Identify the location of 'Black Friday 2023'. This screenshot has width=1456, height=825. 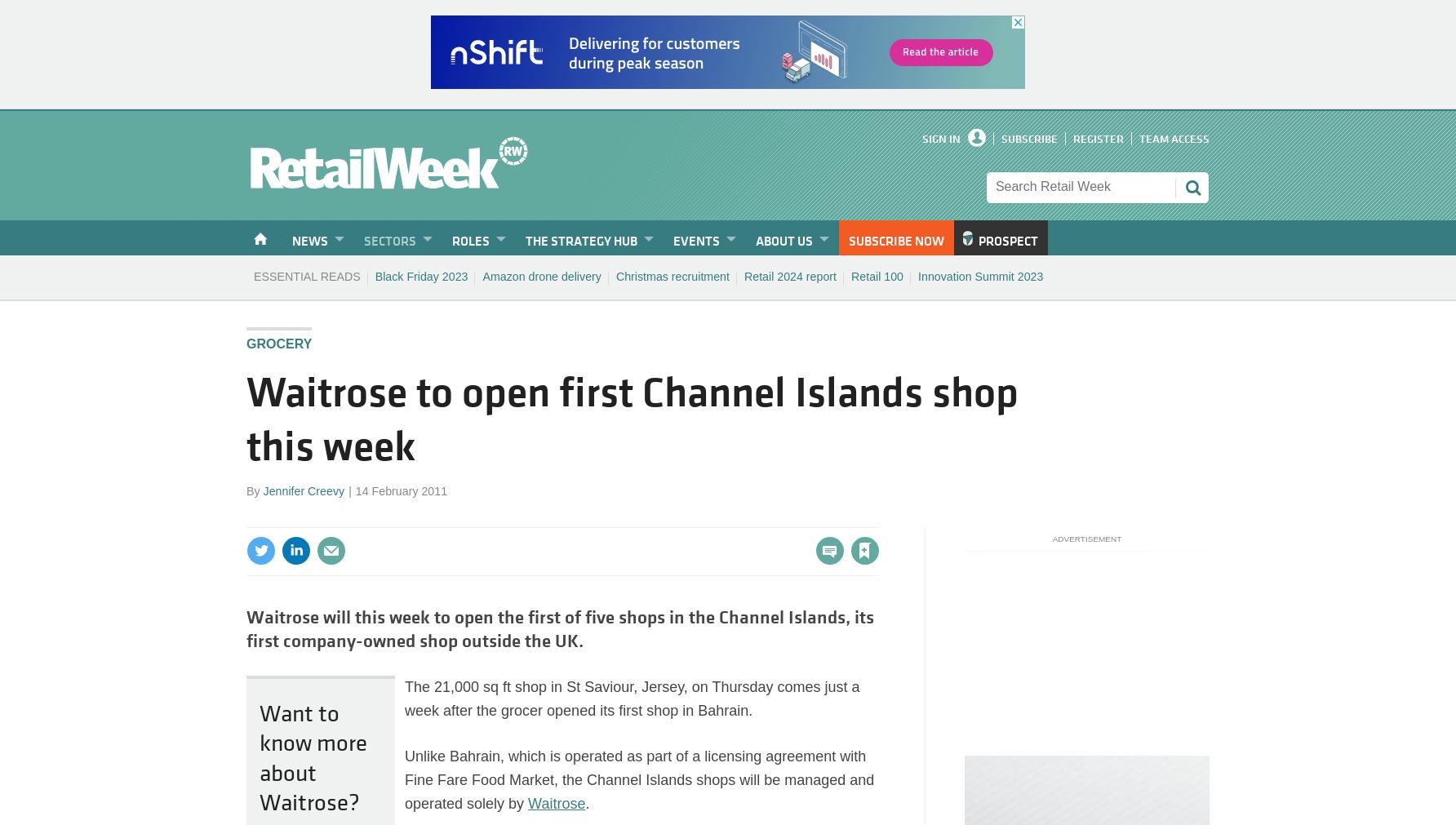
(420, 275).